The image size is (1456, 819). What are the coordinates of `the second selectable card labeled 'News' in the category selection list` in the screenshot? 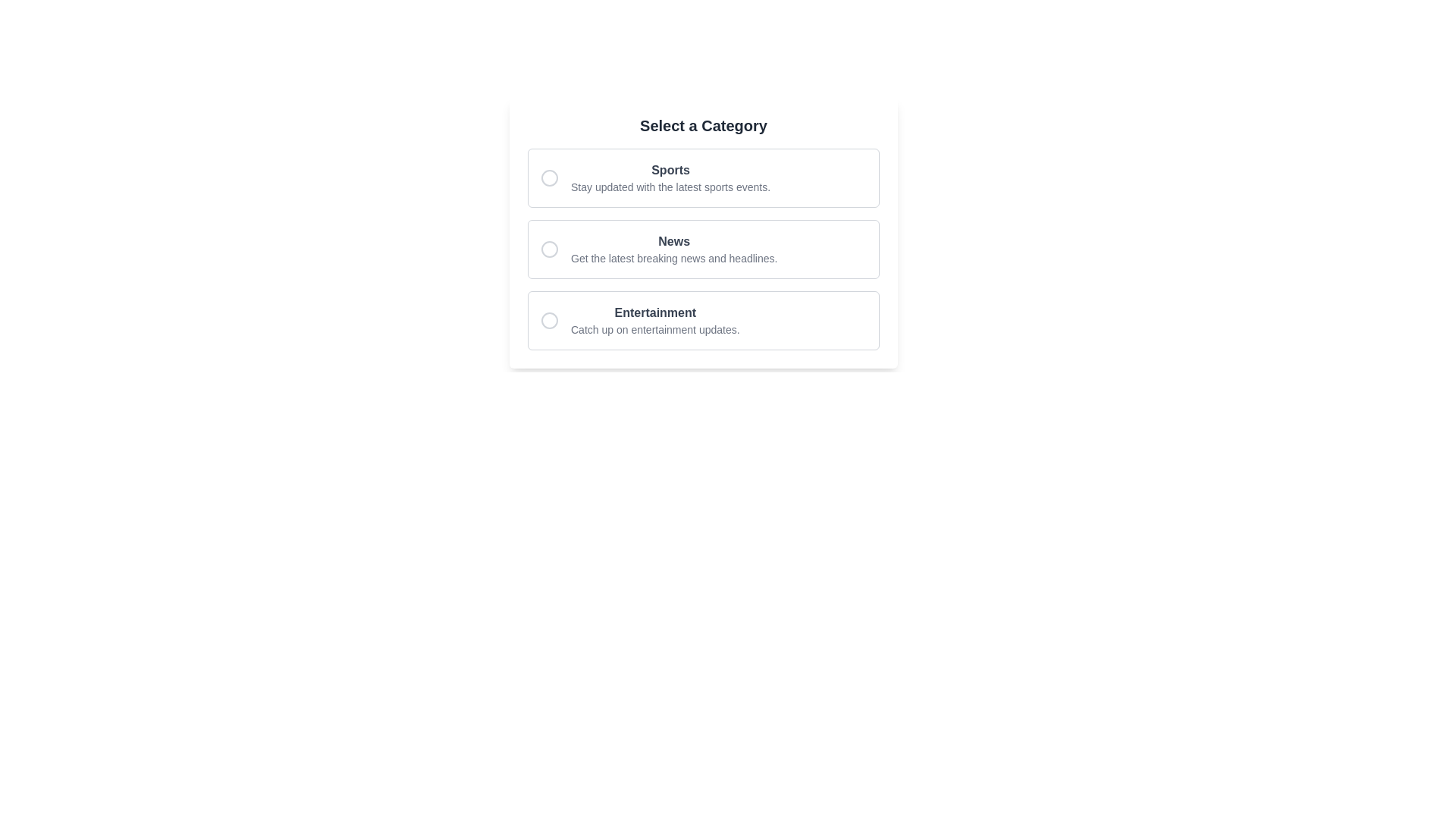 It's located at (702, 248).